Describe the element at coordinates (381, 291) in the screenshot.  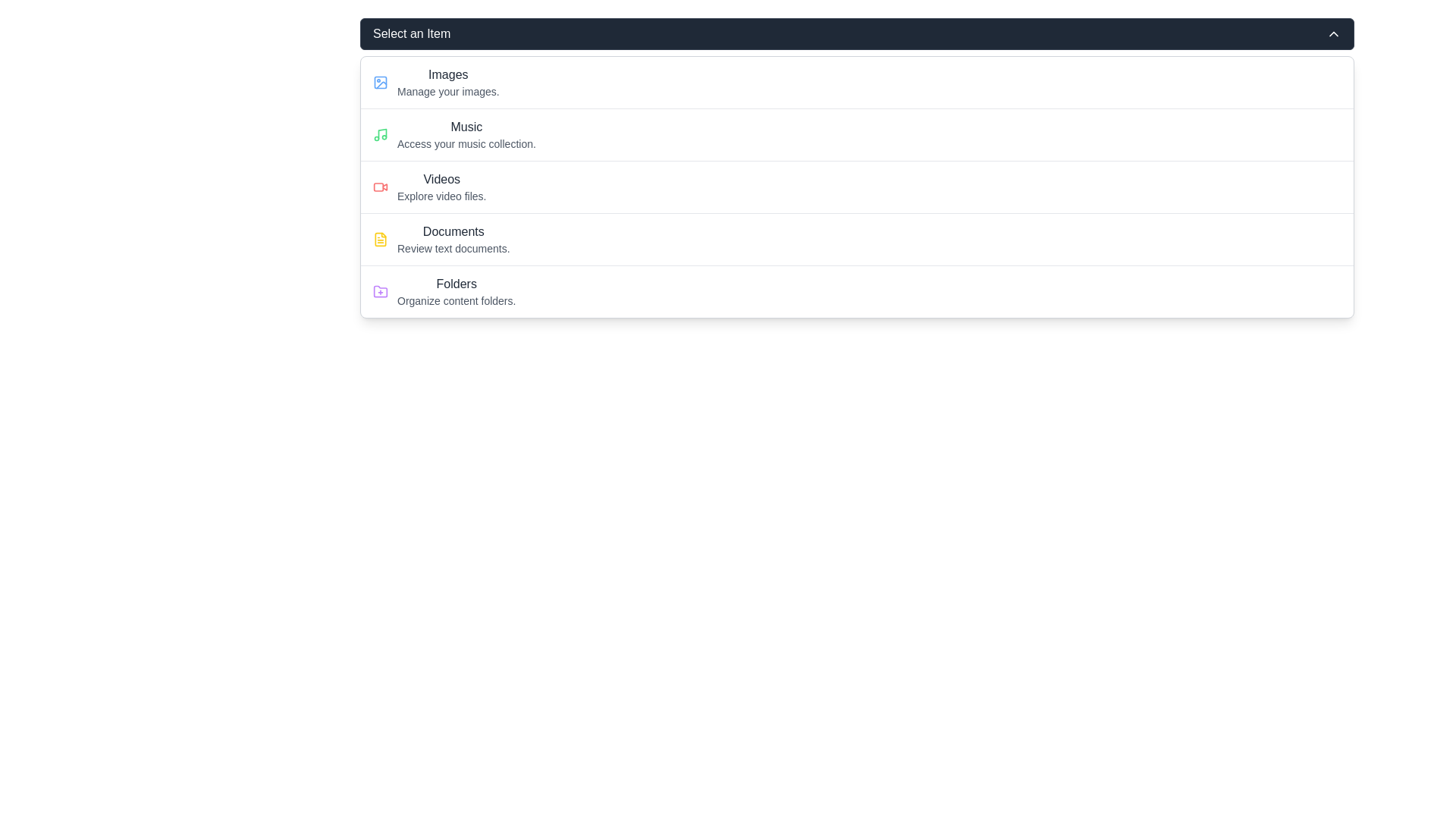
I see `the 'Folders' icon in the menu list, which is positioned to the left of the 'Folders' label, located at the bottom-most entry of the vertical list` at that location.